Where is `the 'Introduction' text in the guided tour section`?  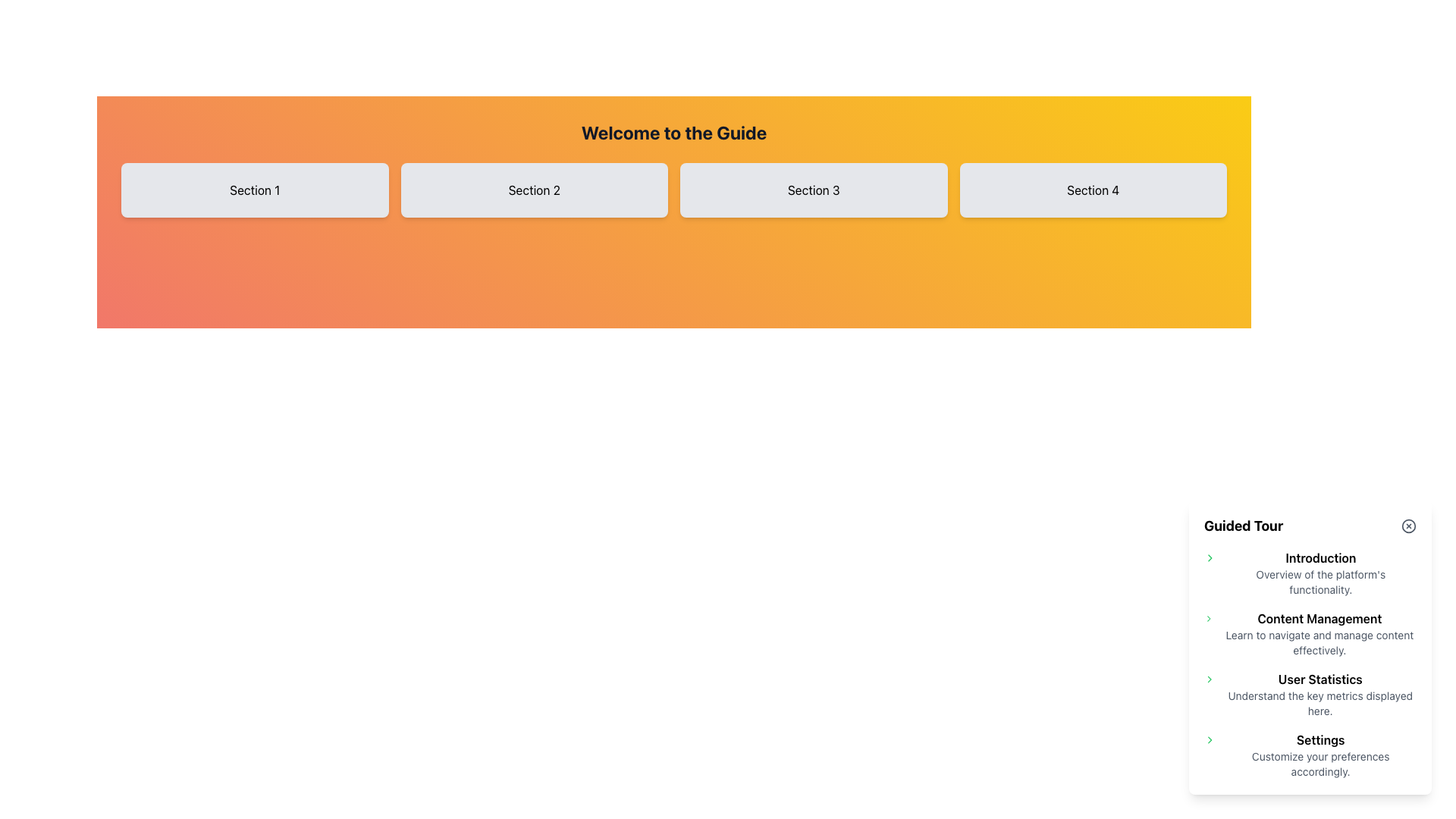
the 'Introduction' text in the guided tour section is located at coordinates (1319, 573).